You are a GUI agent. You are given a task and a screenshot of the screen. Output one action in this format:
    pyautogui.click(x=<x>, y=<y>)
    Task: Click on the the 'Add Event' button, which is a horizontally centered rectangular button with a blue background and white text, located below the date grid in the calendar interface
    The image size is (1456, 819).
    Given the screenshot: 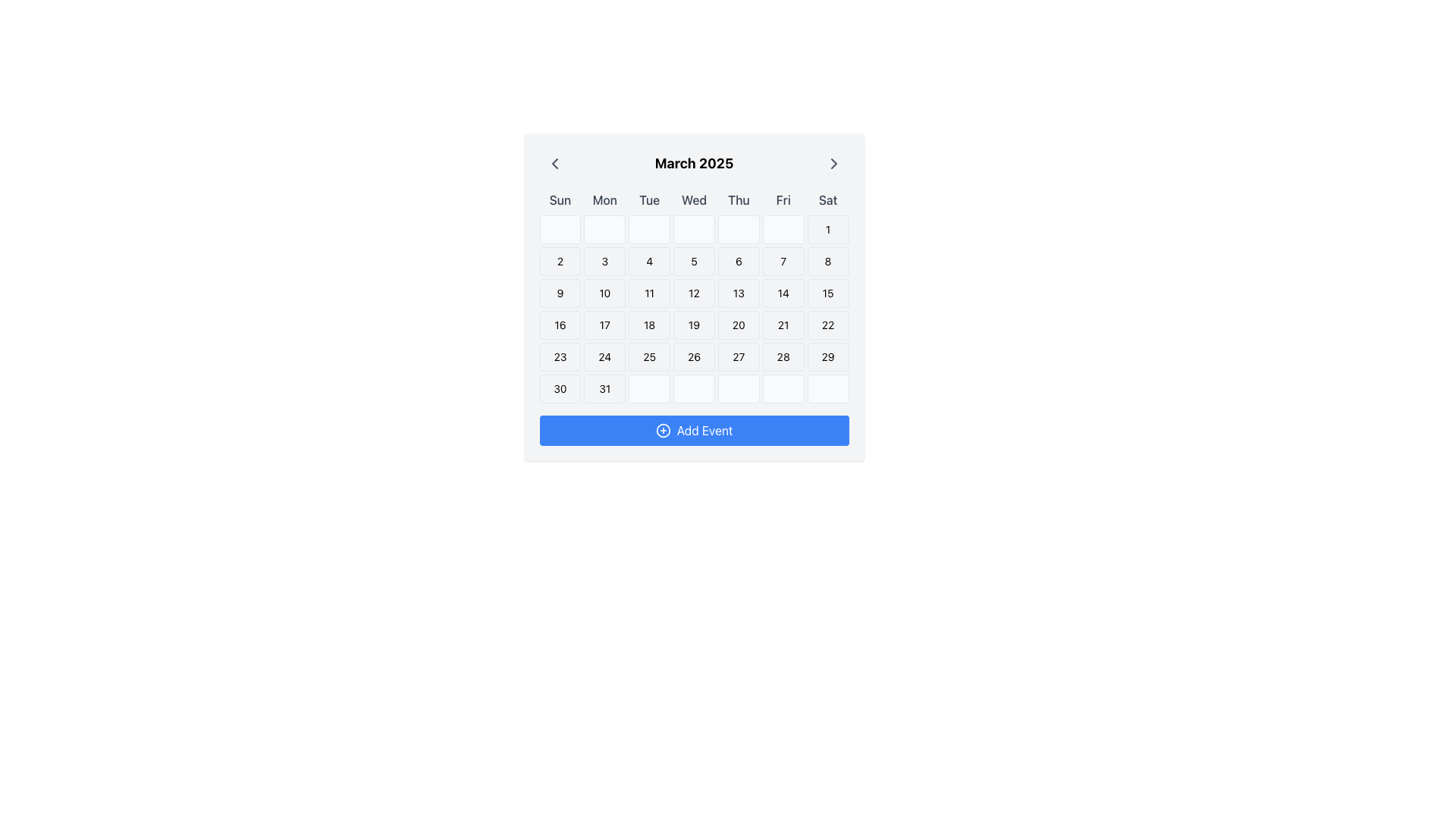 What is the action you would take?
    pyautogui.click(x=693, y=430)
    